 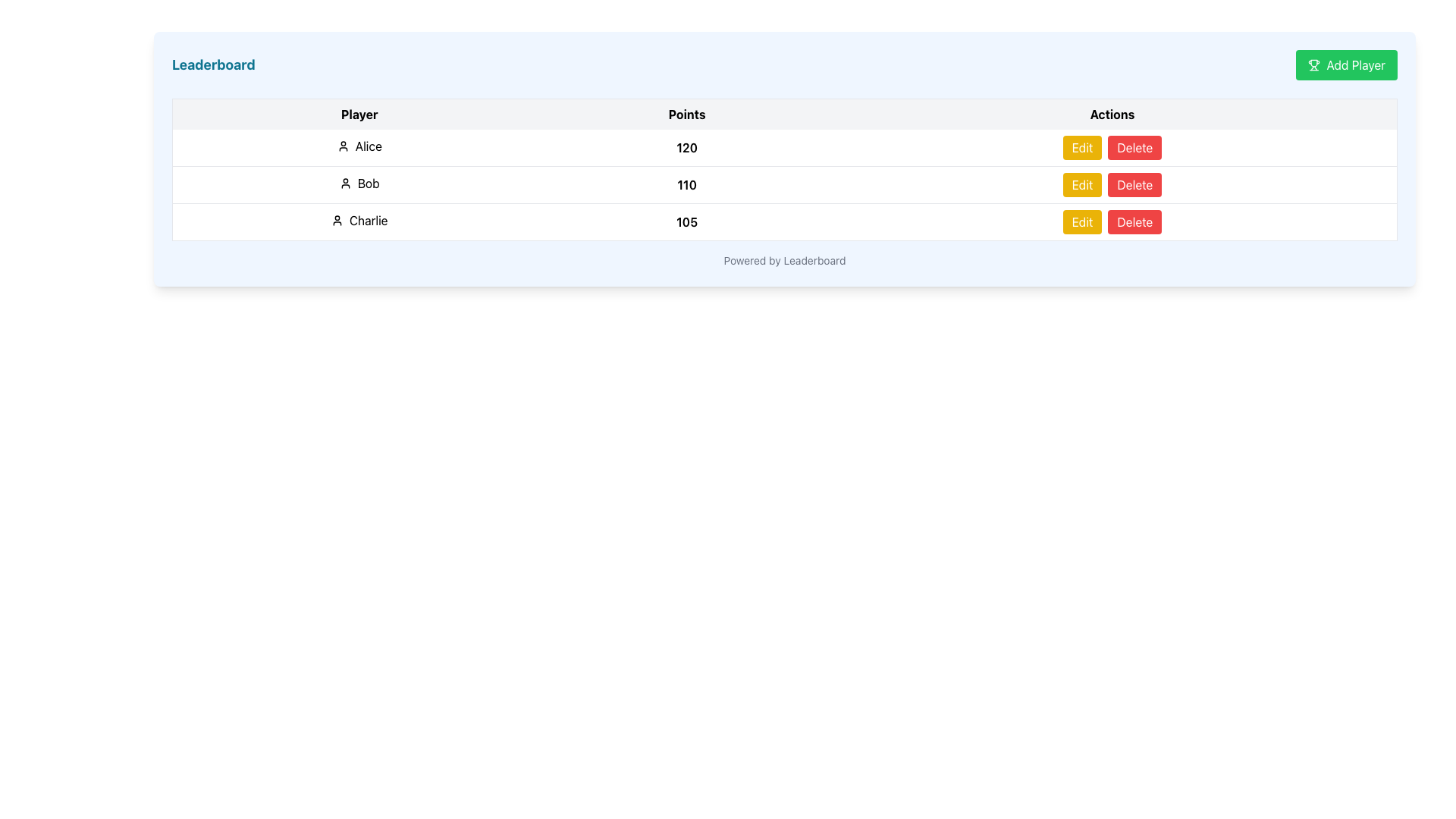 What do you see at coordinates (686, 184) in the screenshot?
I see `score attributed to the player 'Bob' in the leaderboard, which is the second entry under the 'Points' column` at bounding box center [686, 184].